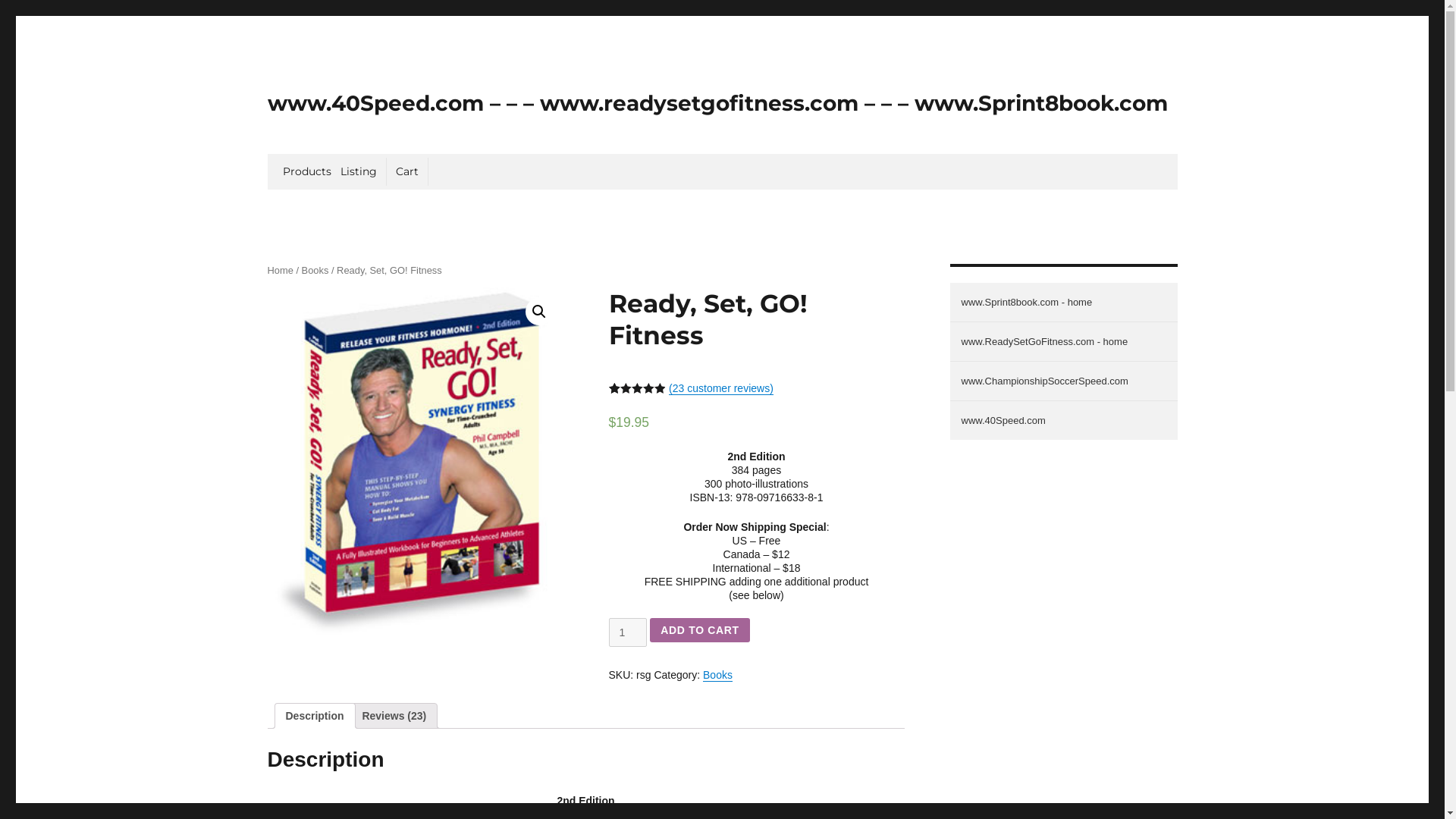 The image size is (1456, 819). I want to click on 'Description', so click(313, 716).